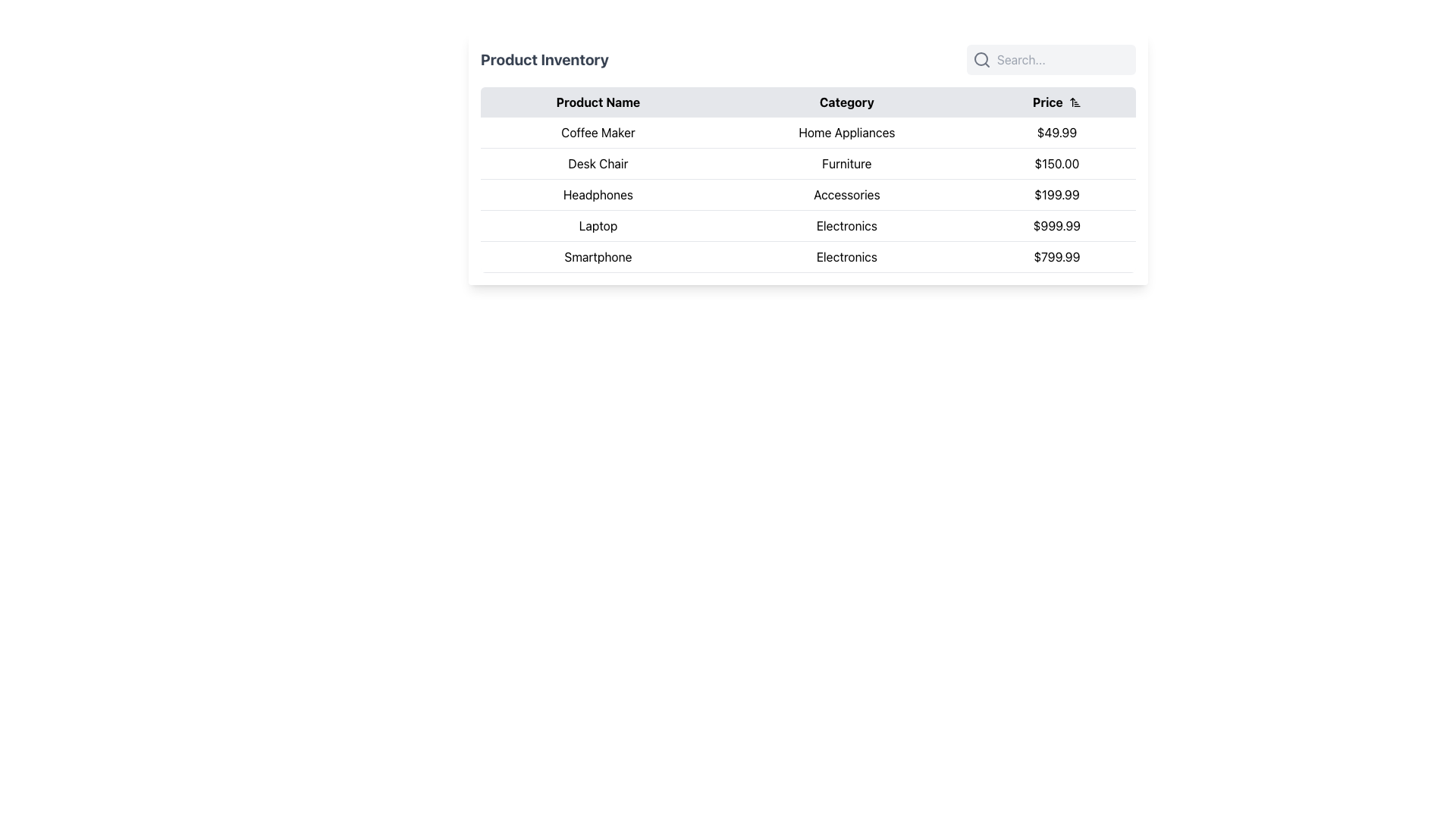 The height and width of the screenshot is (819, 1456). I want to click on the first product name text label in the inventory table, located in the fifth row under the 'Product Name' header, so click(597, 256).